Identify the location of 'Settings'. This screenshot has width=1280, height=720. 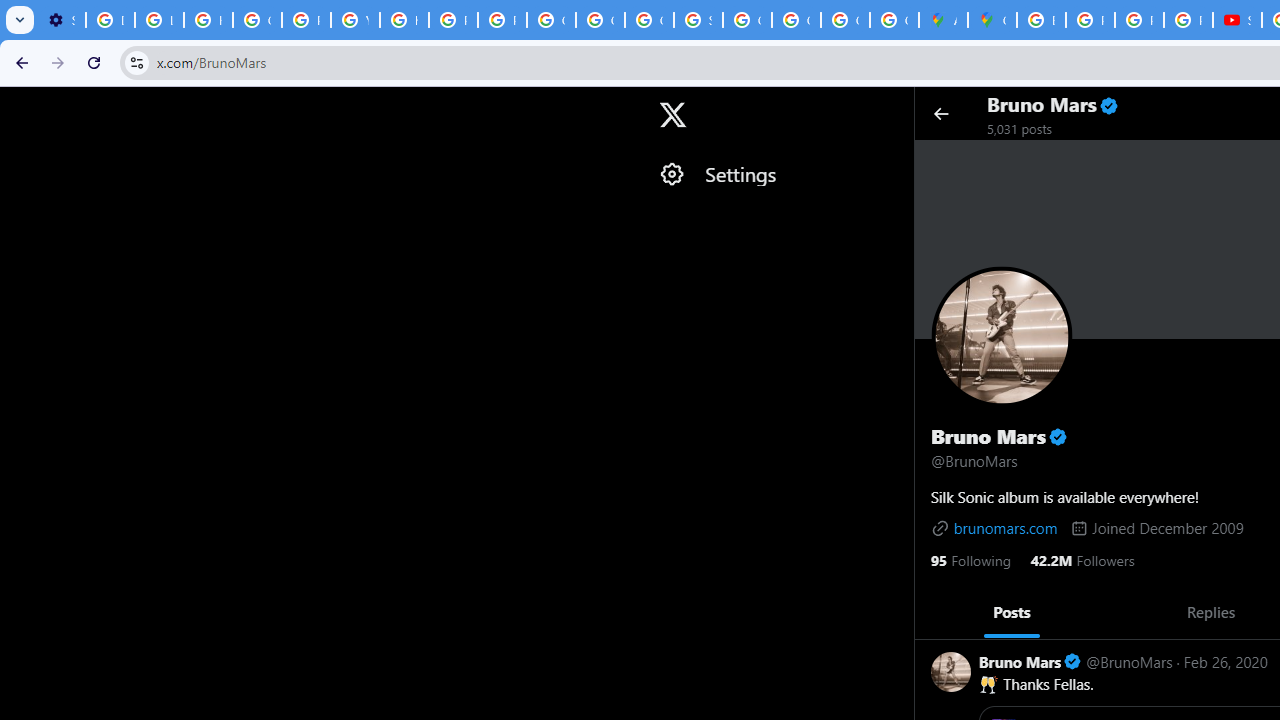
(775, 173).